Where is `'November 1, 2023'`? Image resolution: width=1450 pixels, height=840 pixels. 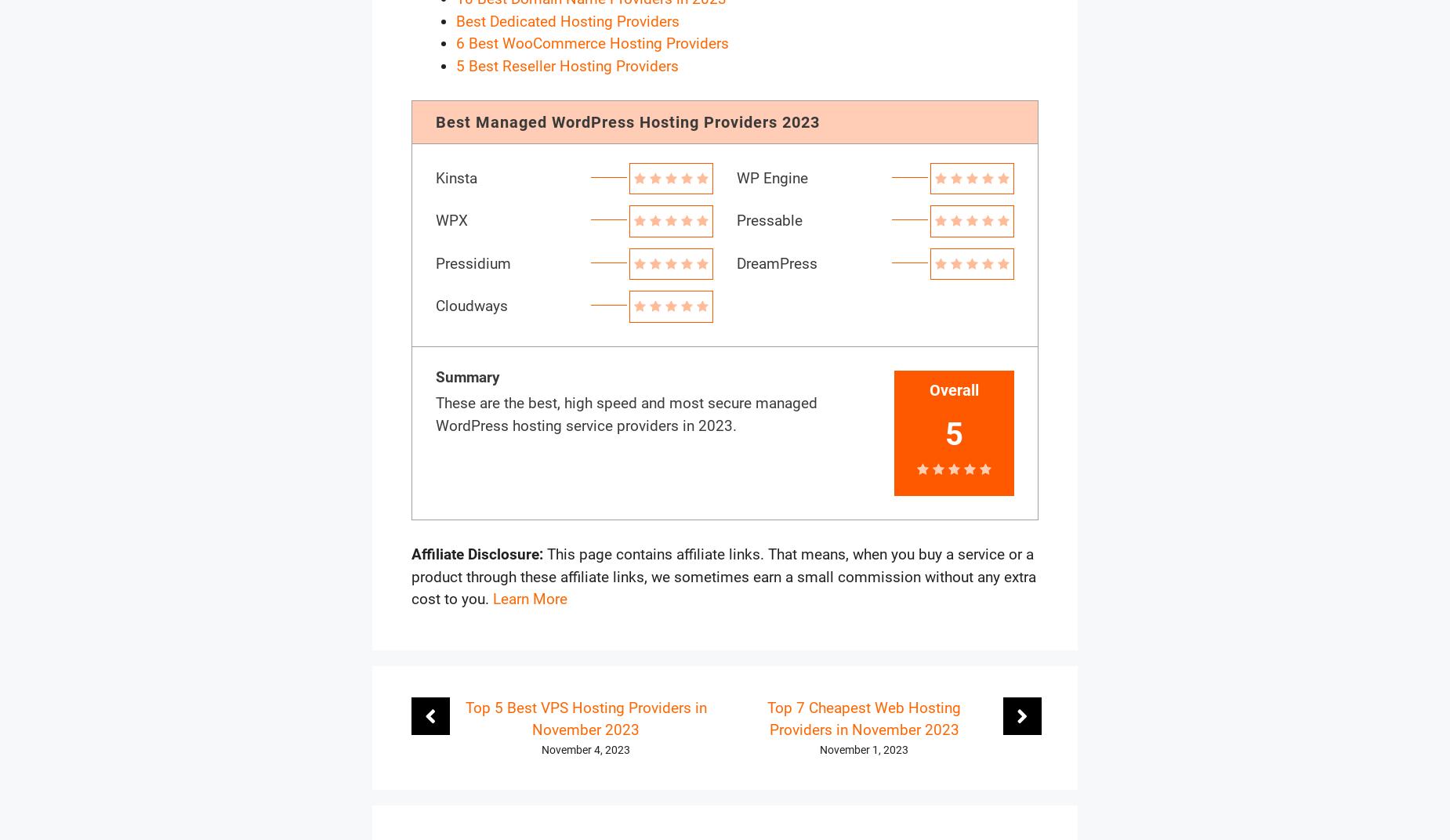
'November 1, 2023' is located at coordinates (863, 748).